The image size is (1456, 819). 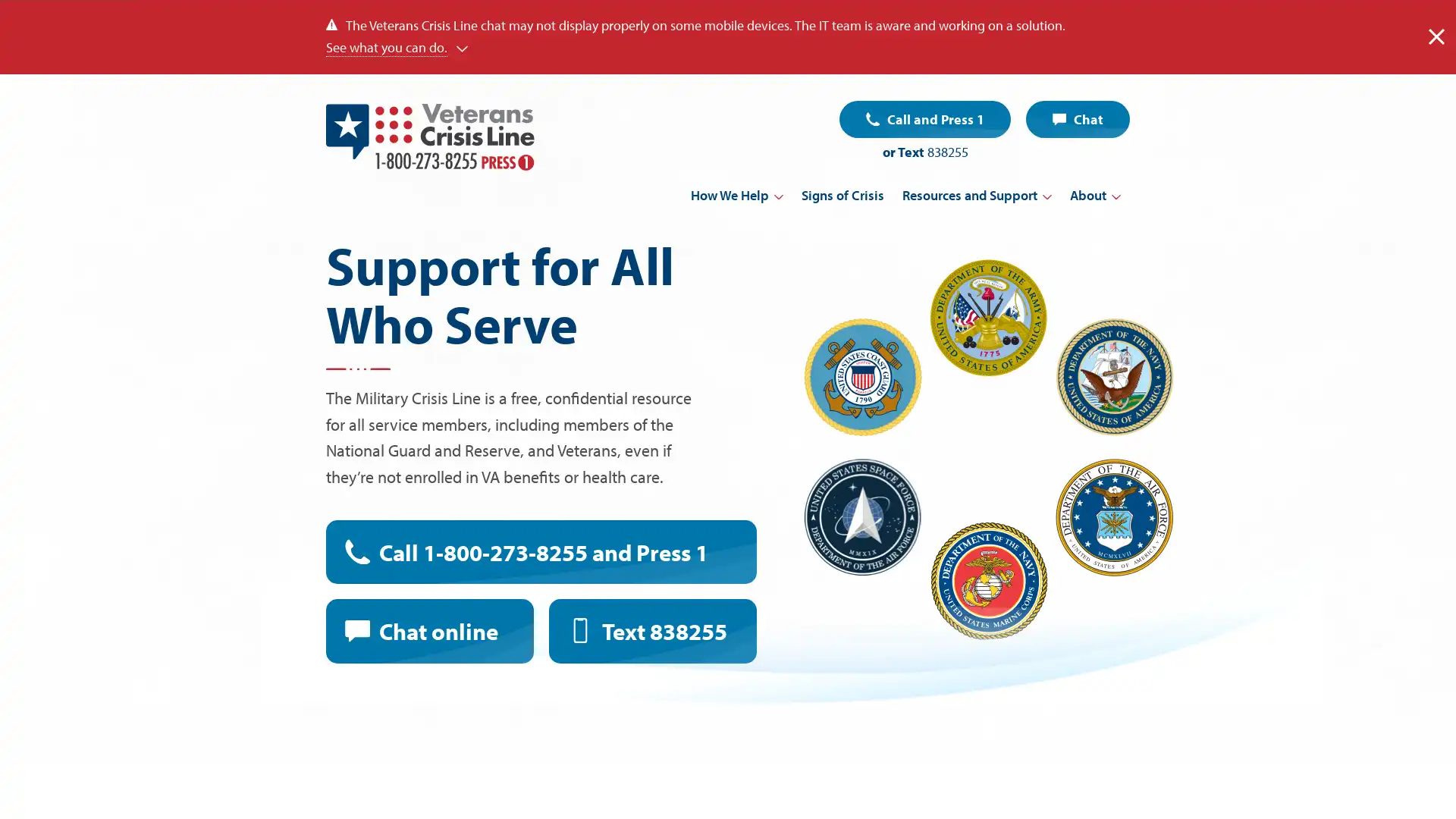 I want to click on Close Banner, so click(x=1436, y=36).